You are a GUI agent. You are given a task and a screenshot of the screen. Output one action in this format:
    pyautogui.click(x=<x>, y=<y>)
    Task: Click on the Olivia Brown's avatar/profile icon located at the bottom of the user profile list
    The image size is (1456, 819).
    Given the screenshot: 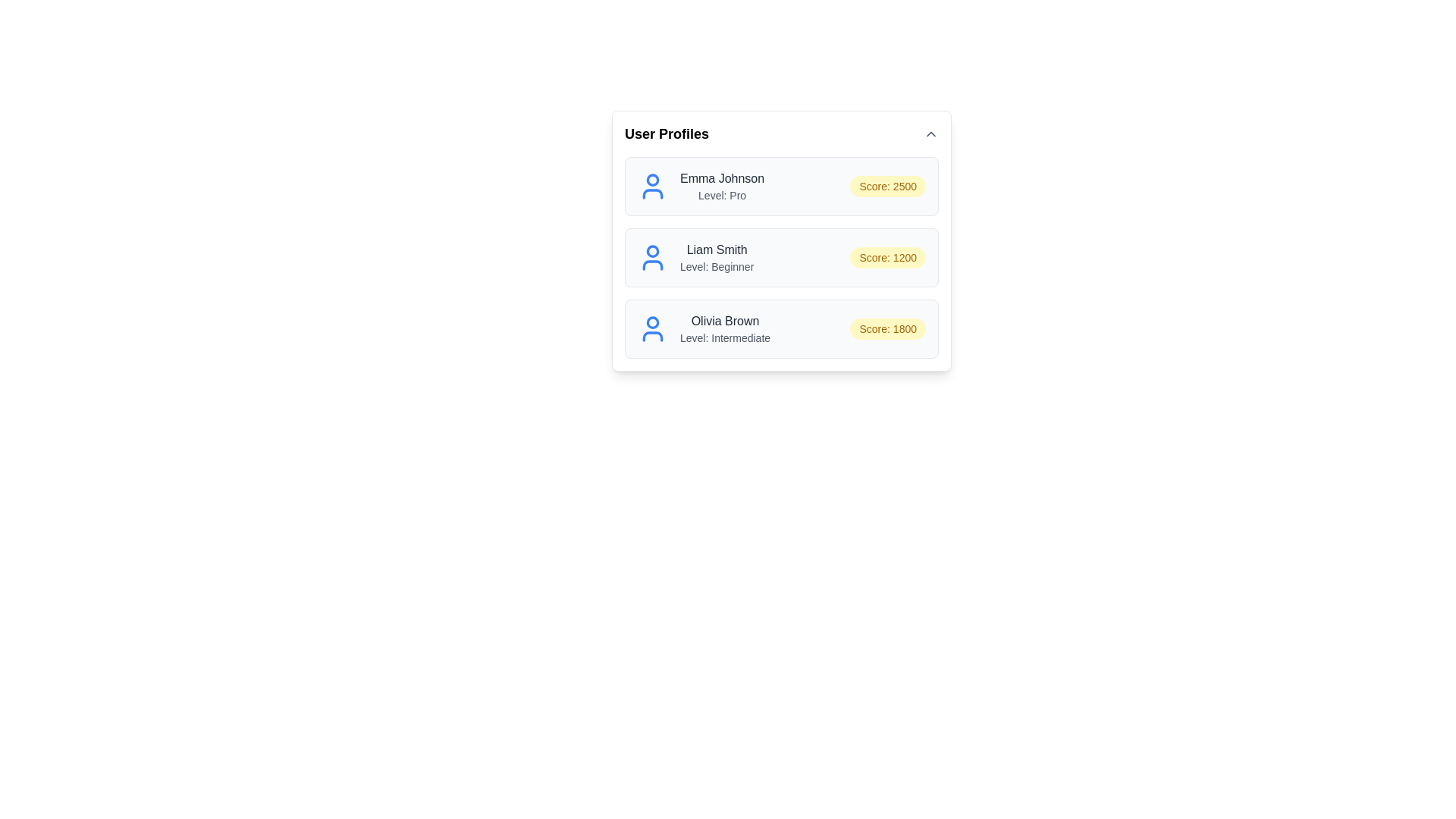 What is the action you would take?
    pyautogui.click(x=652, y=328)
    